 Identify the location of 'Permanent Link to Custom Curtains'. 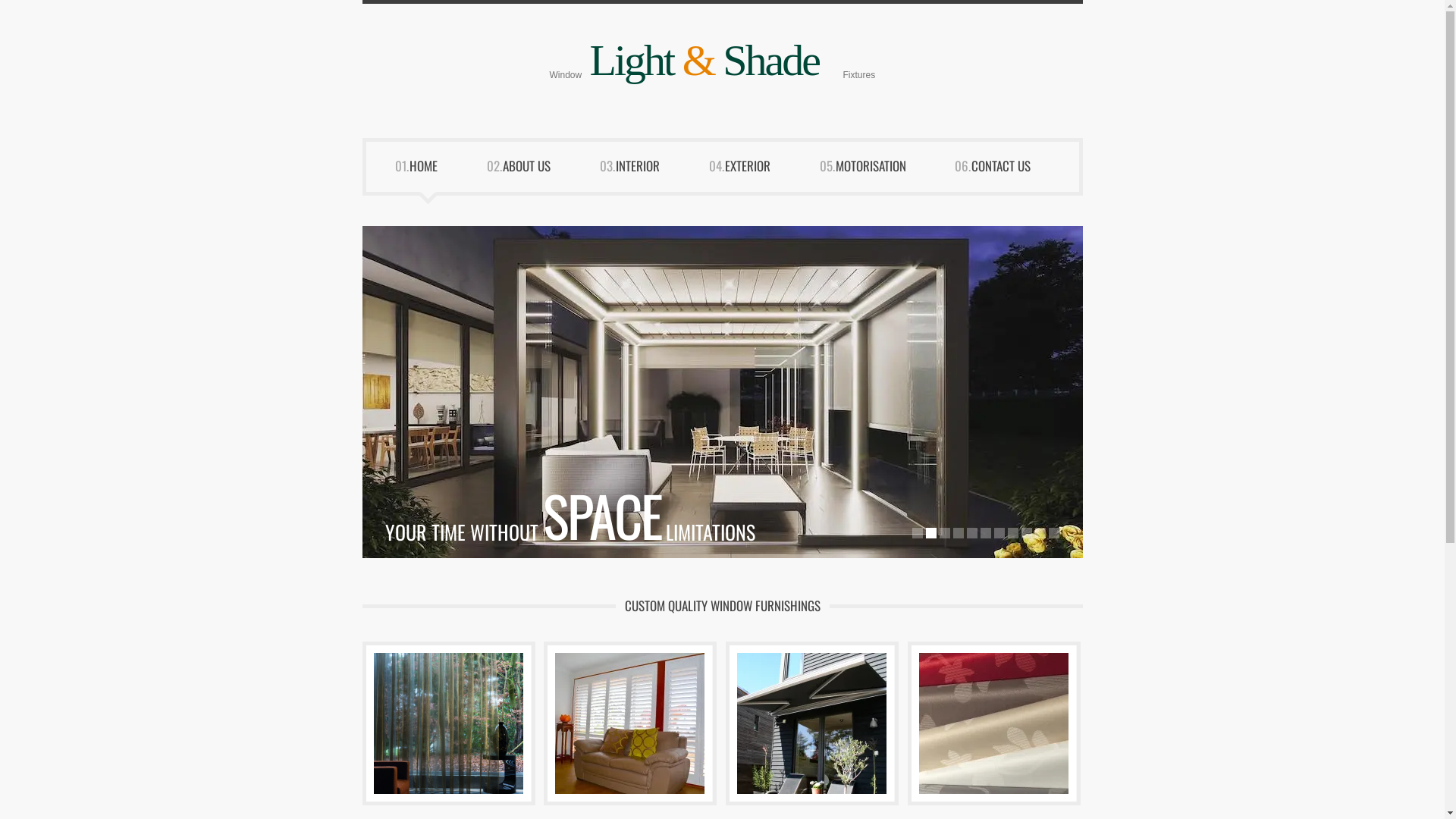
(365, 722).